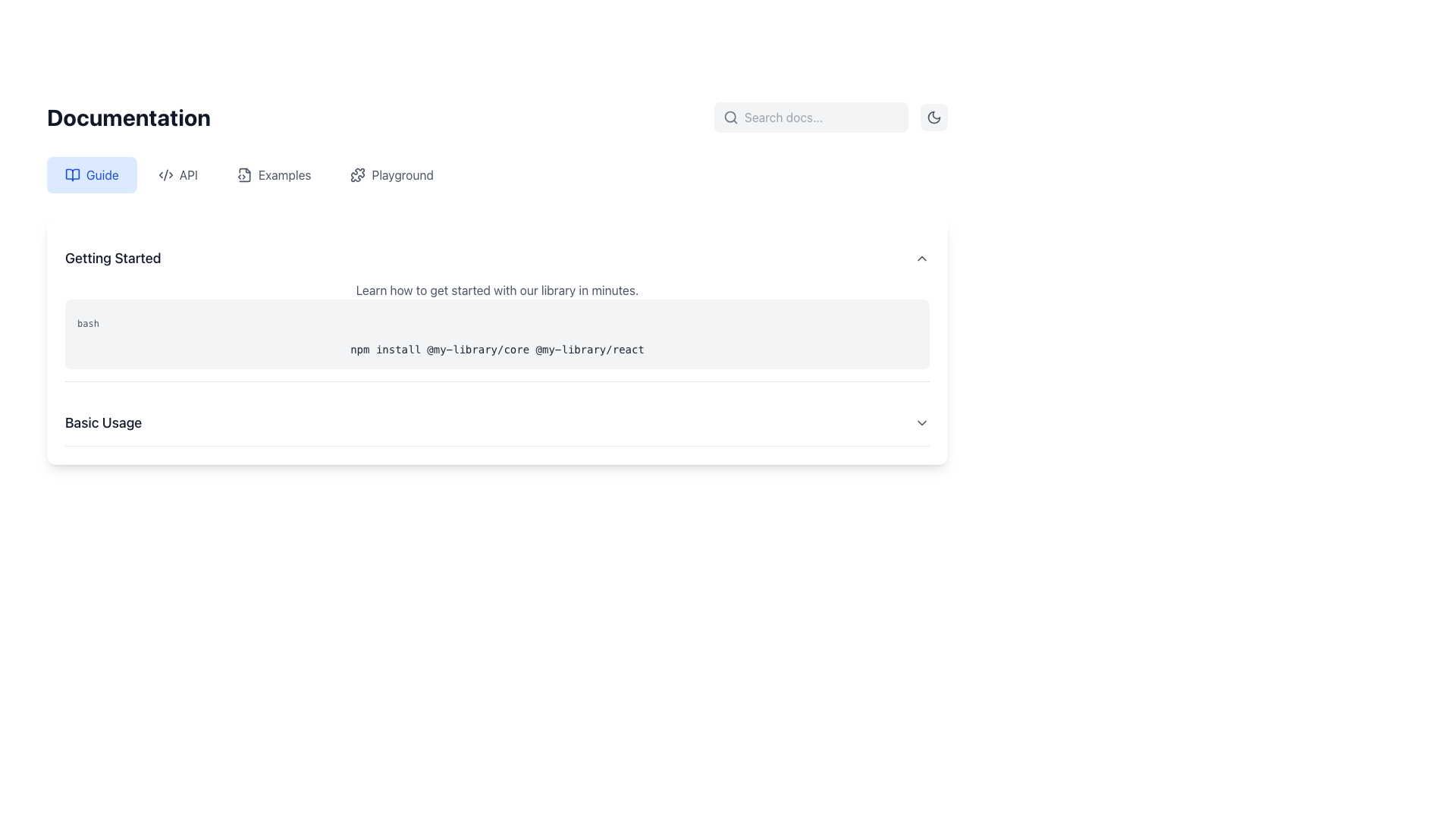 The height and width of the screenshot is (819, 1456). I want to click on the static text element that displays the introductory sentence 'Learn how to get started with our library in minutes.', so click(497, 290).